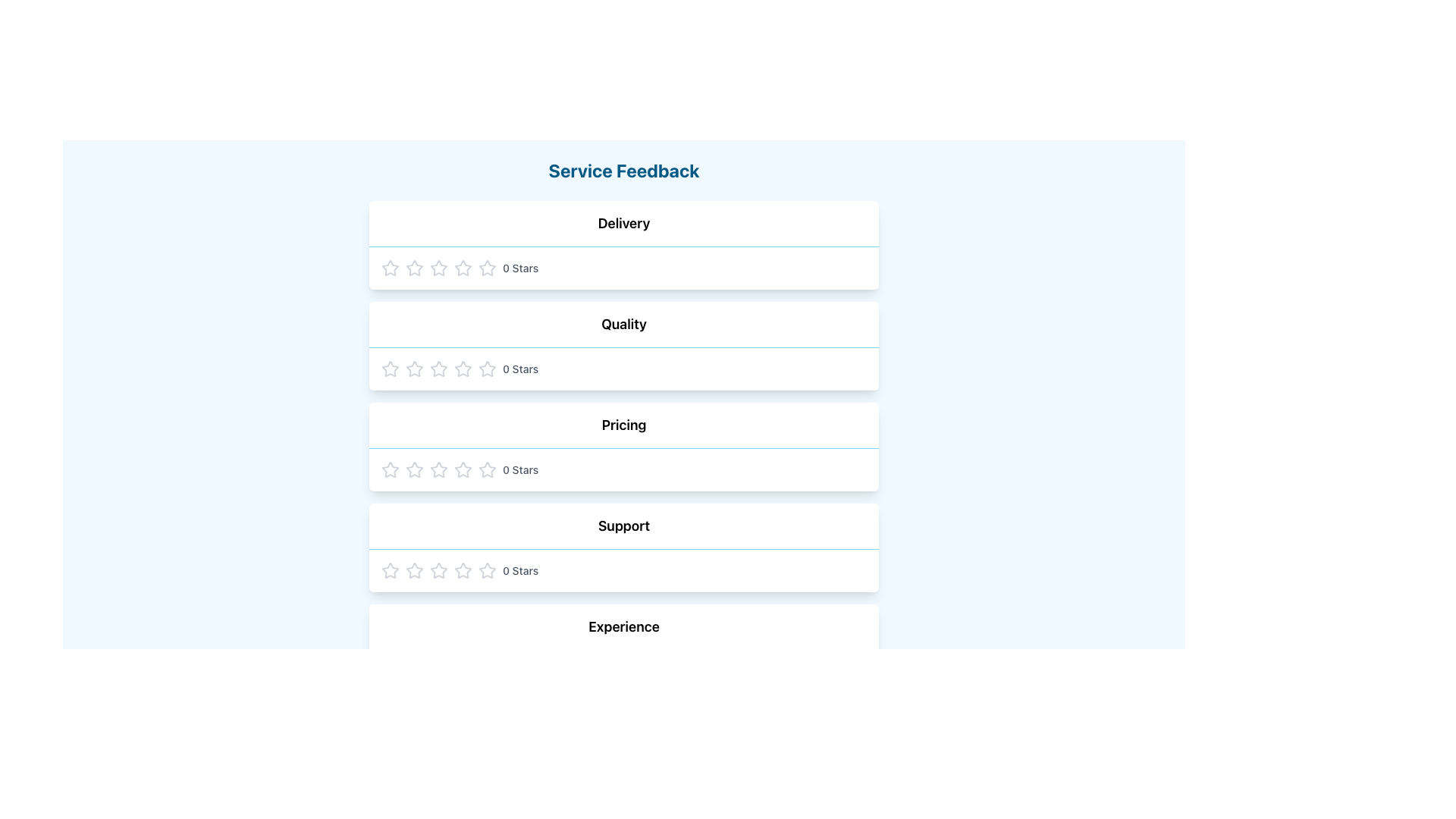  What do you see at coordinates (390, 267) in the screenshot?
I see `the first star icon in the rating system for 'Delivery'` at bounding box center [390, 267].